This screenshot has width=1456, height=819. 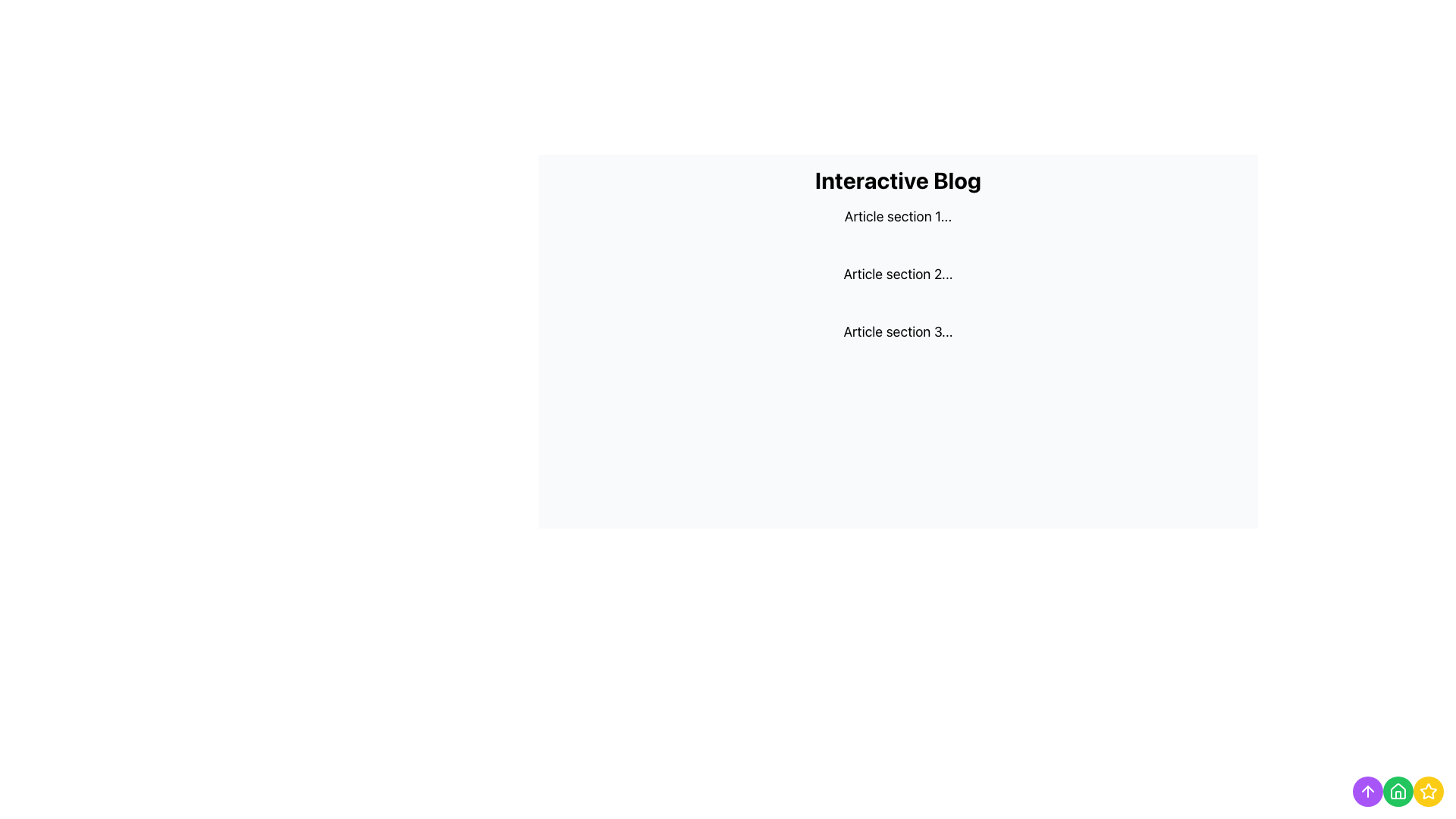 I want to click on the green house icon located at the bottom right corner of the interface, so click(x=1397, y=789).